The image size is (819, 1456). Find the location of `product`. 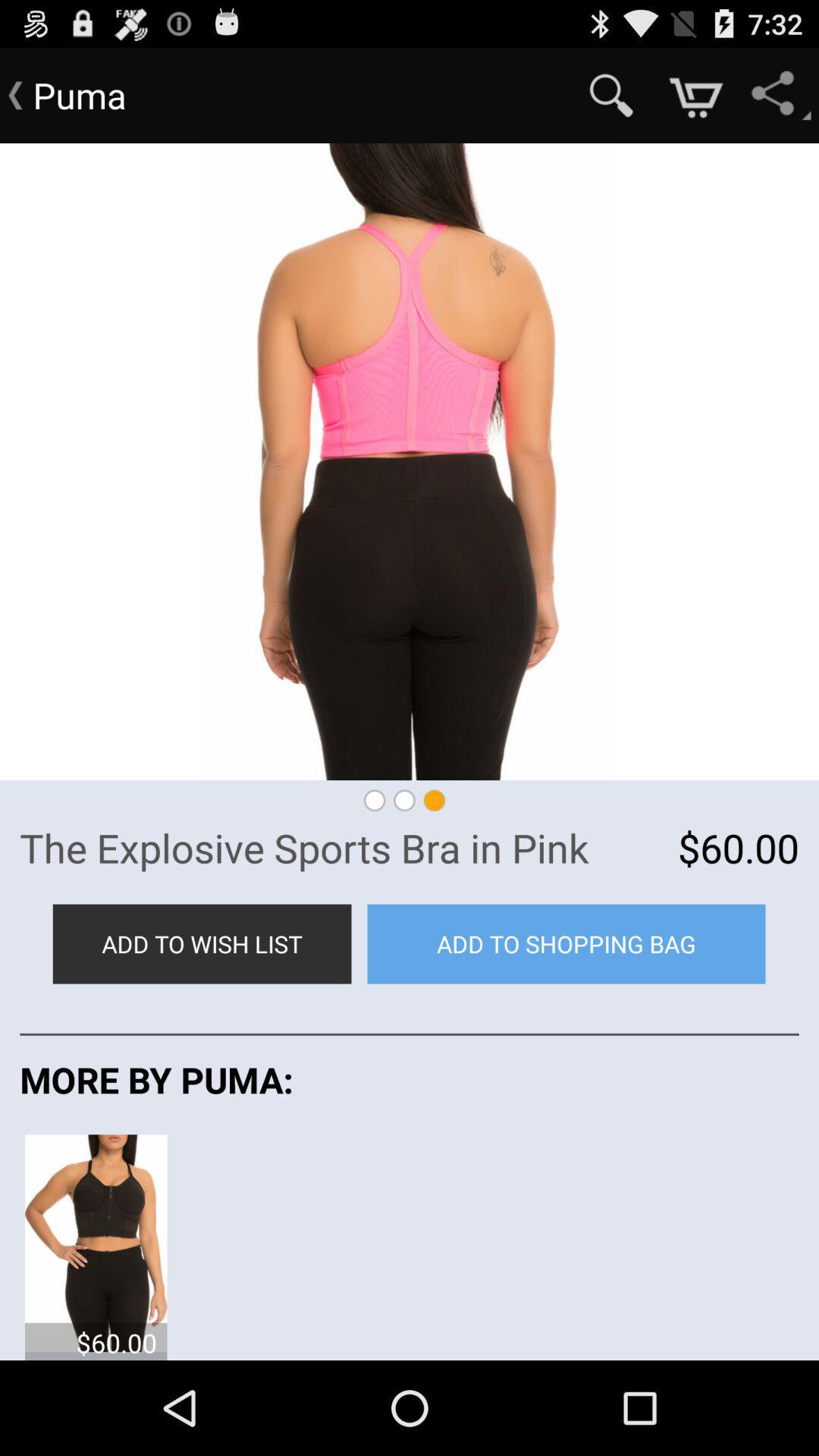

product is located at coordinates (96, 1241).